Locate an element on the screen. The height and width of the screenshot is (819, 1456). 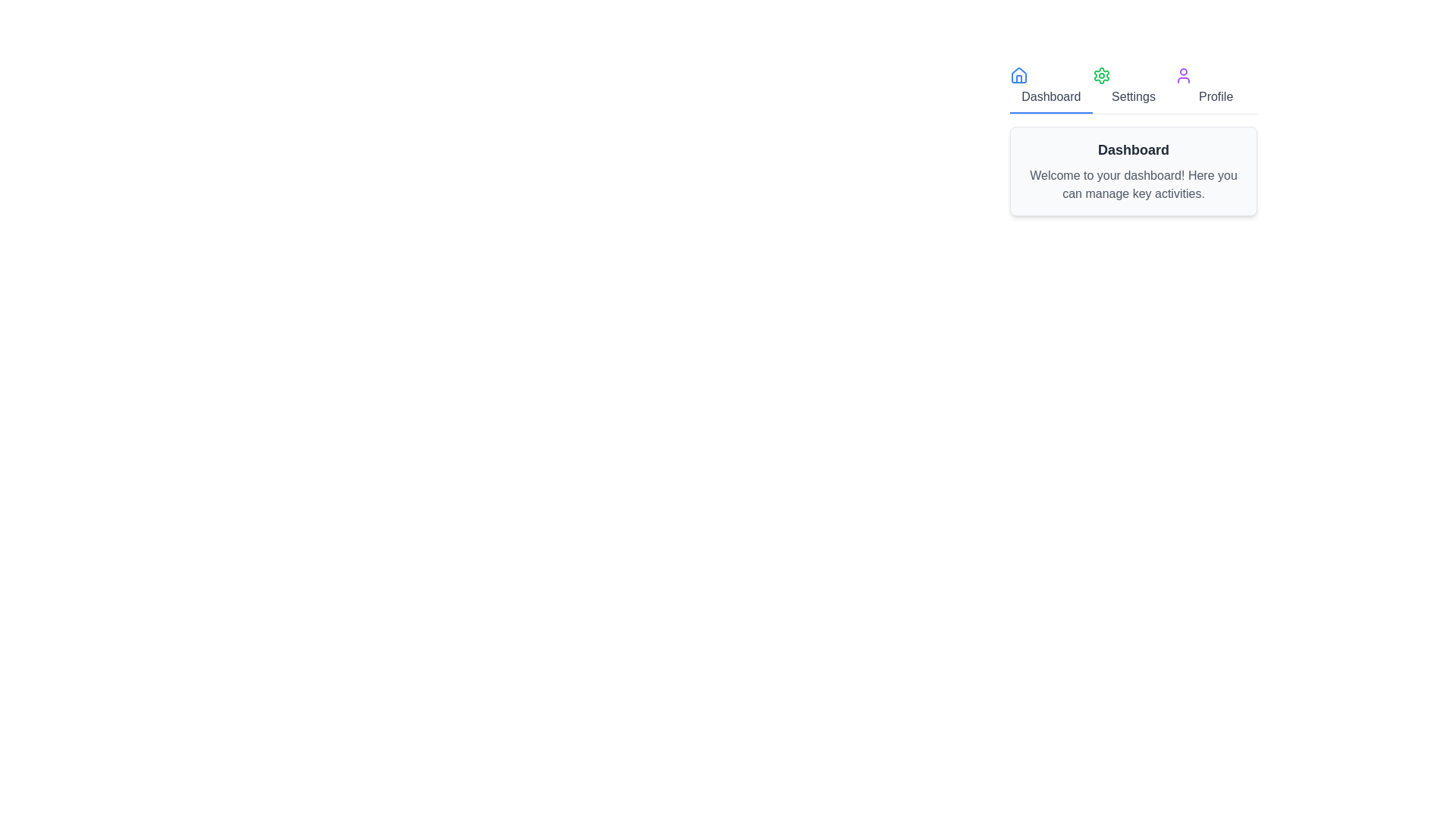
the icon of the Profile tab to see visual feedback is located at coordinates (1182, 76).